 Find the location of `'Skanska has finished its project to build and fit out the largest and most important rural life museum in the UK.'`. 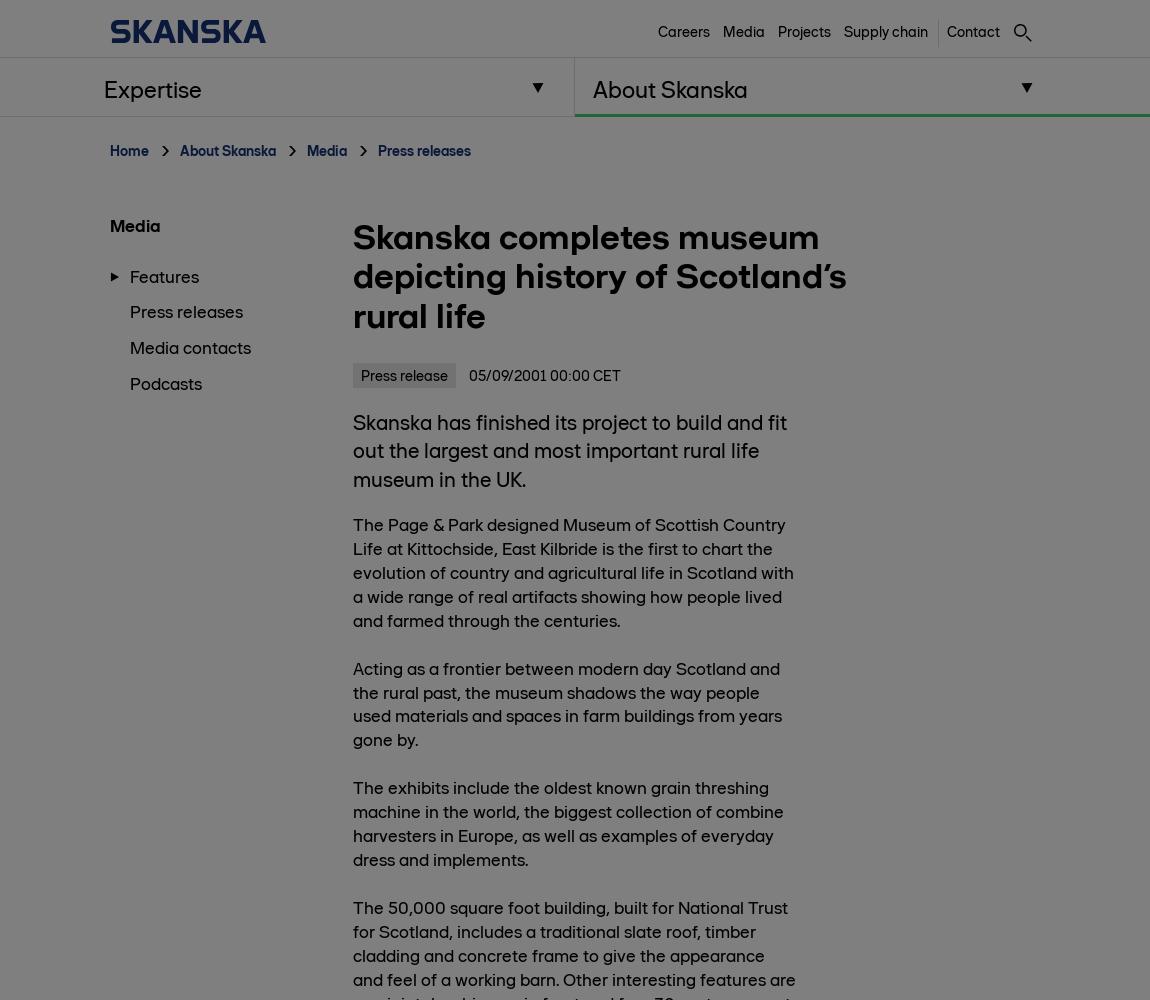

'Skanska has finished its project to build and fit out the largest and most important rural life museum in the UK.' is located at coordinates (569, 449).